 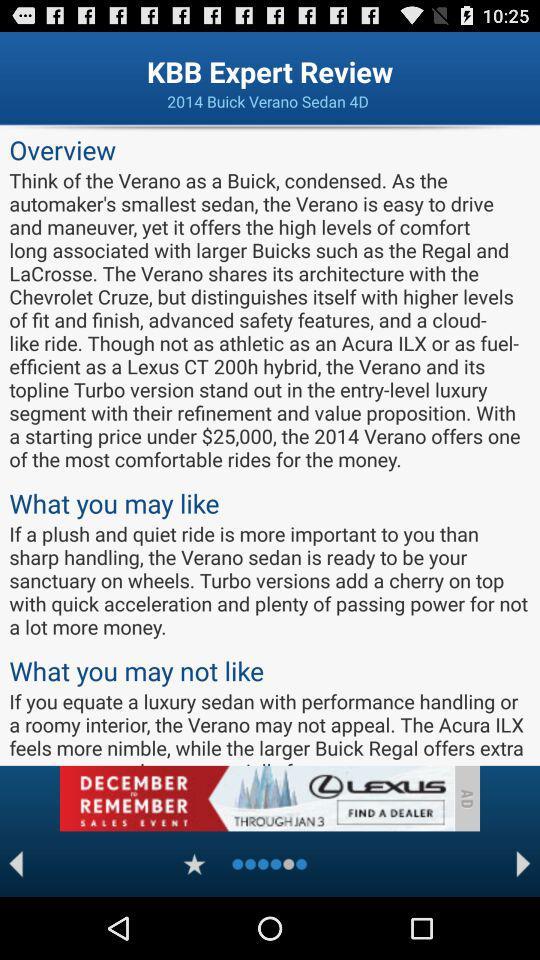 What do you see at coordinates (15, 863) in the screenshot?
I see `go previous` at bounding box center [15, 863].